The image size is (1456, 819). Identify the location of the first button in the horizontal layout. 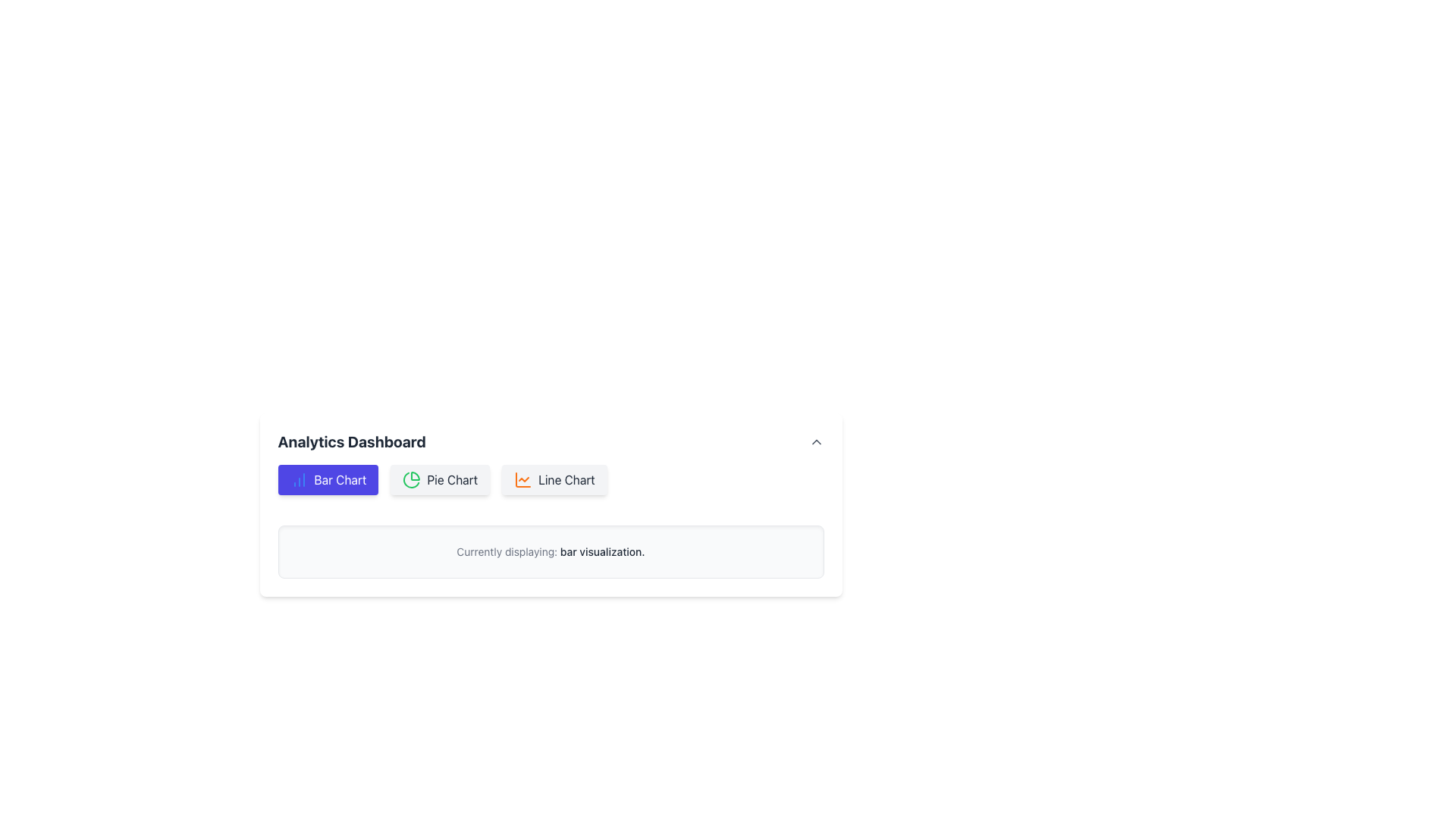
(327, 479).